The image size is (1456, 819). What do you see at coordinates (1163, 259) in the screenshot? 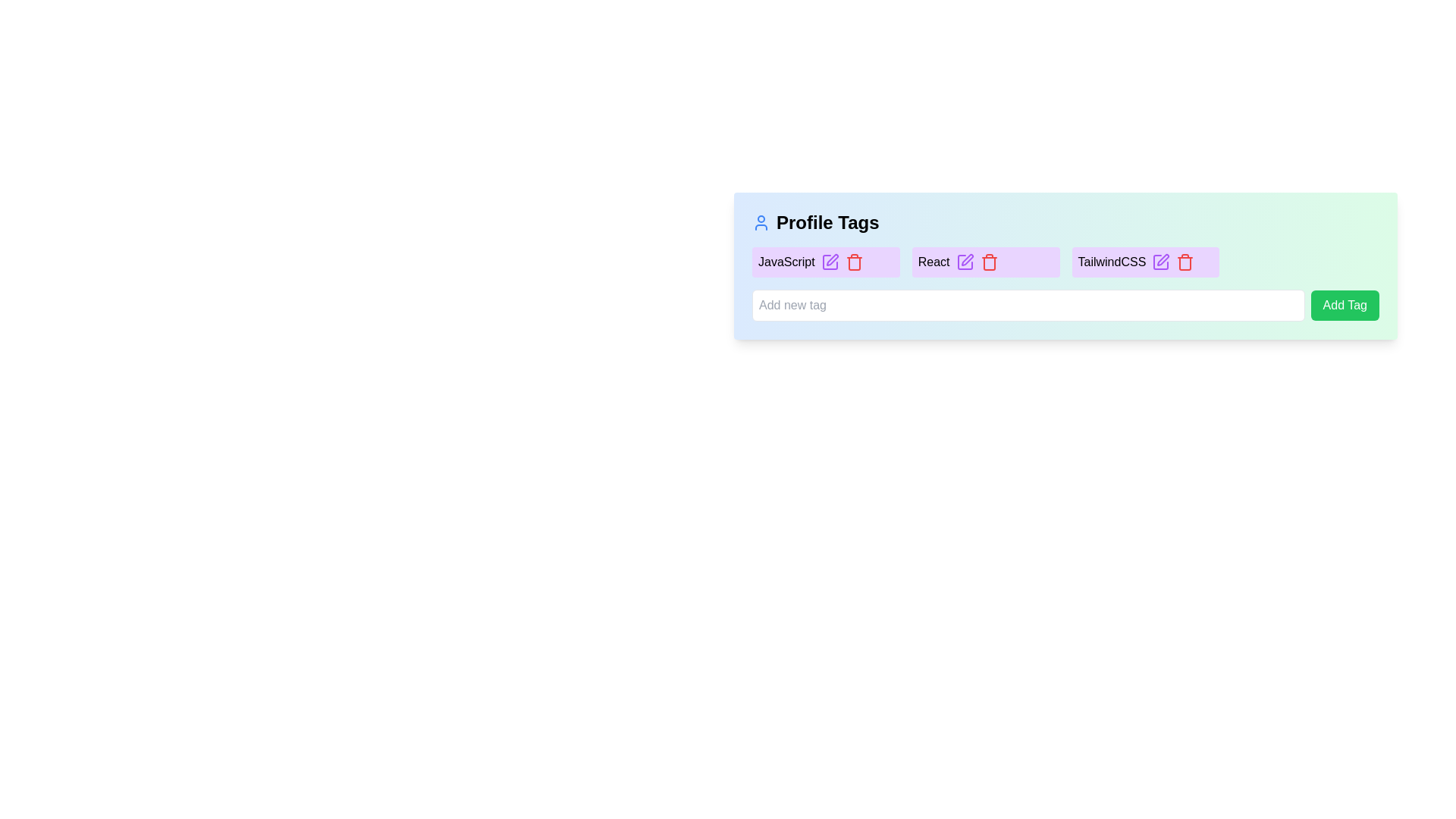
I see `the purple pen icon button located on the right side of the 'TailwindCSS' tag to initiate editing of the associated tag` at bounding box center [1163, 259].